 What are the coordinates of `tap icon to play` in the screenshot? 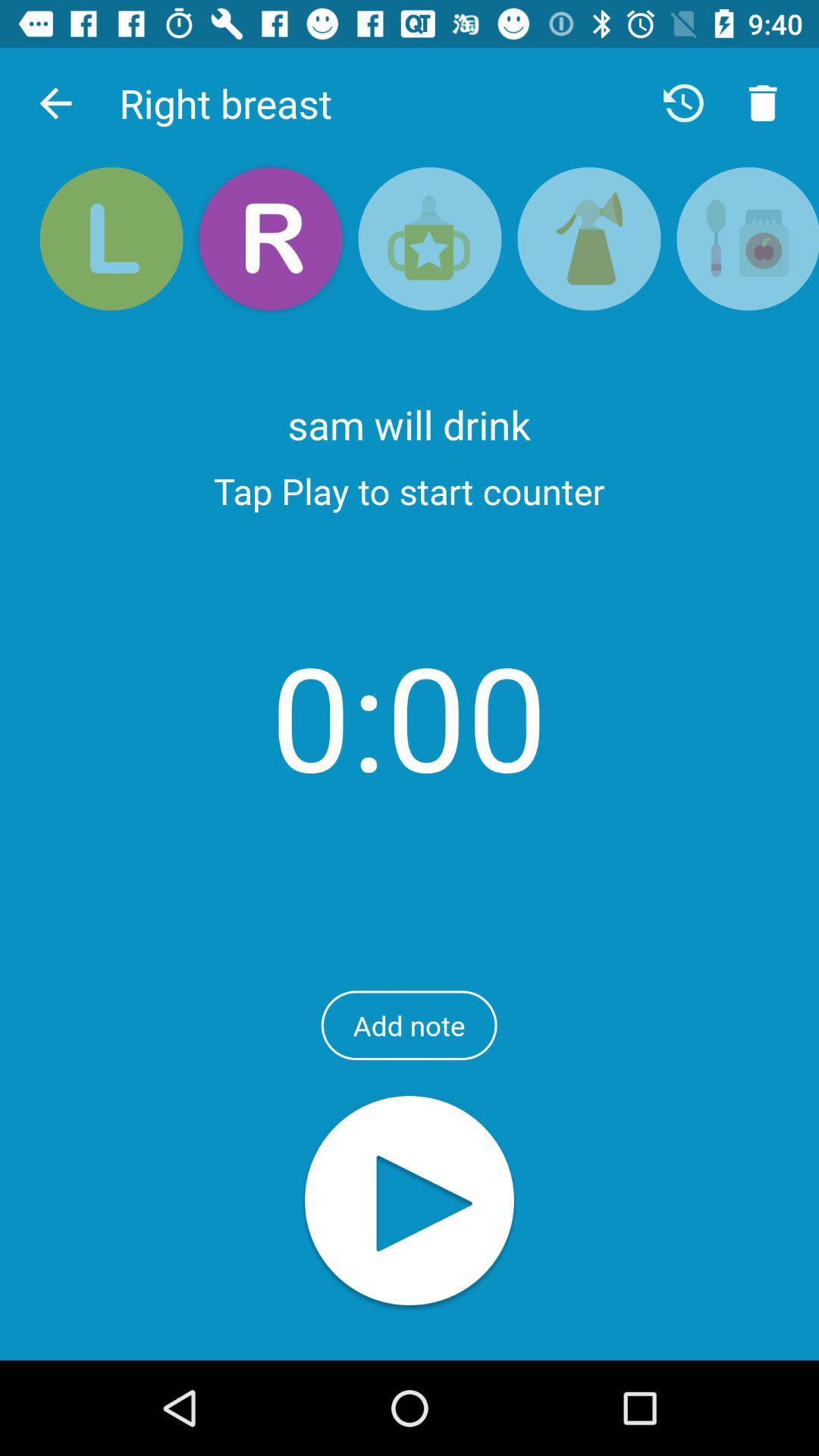 It's located at (409, 1201).